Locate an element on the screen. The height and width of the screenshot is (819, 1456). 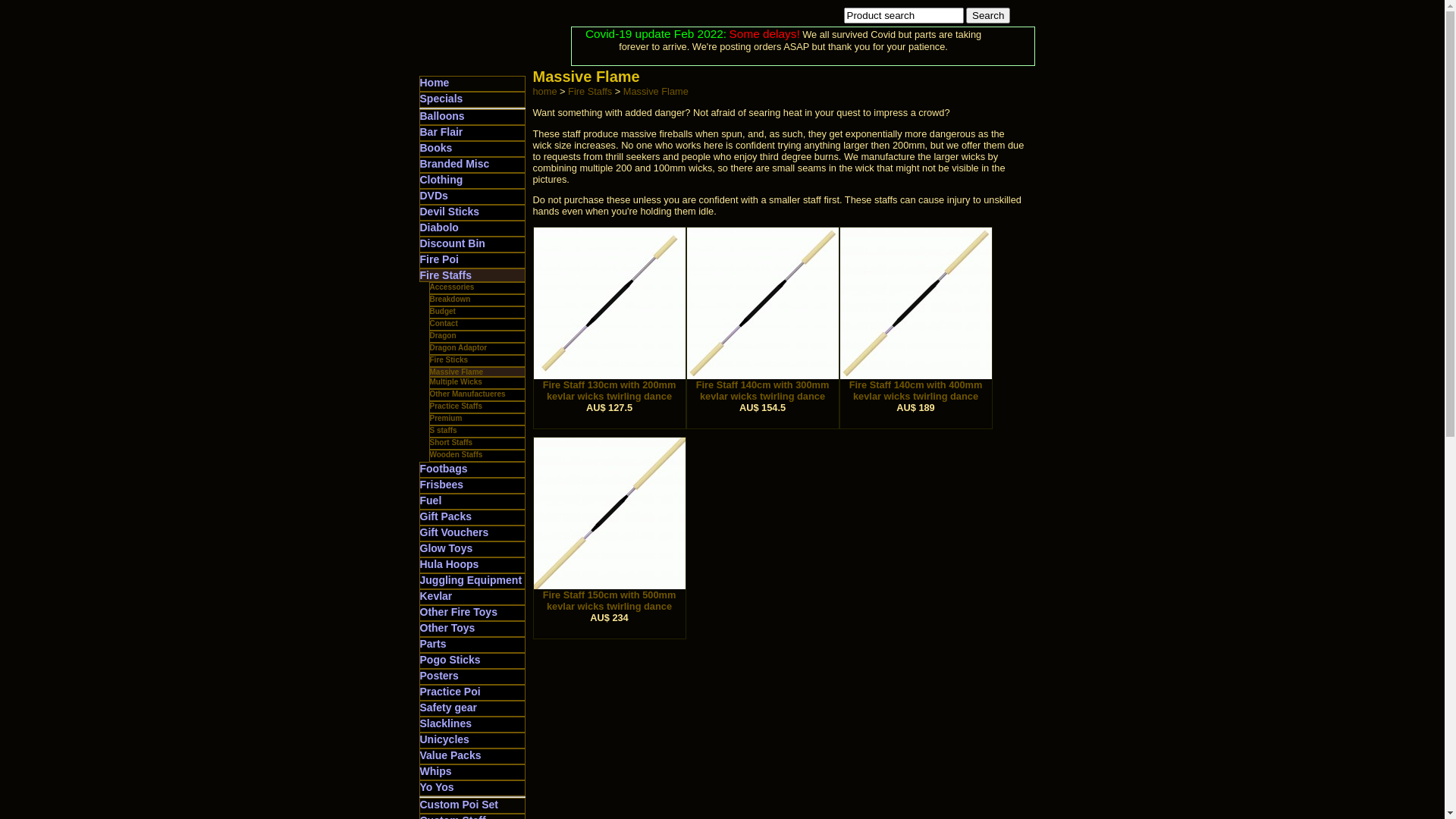
'Yo Yos' is located at coordinates (419, 786).